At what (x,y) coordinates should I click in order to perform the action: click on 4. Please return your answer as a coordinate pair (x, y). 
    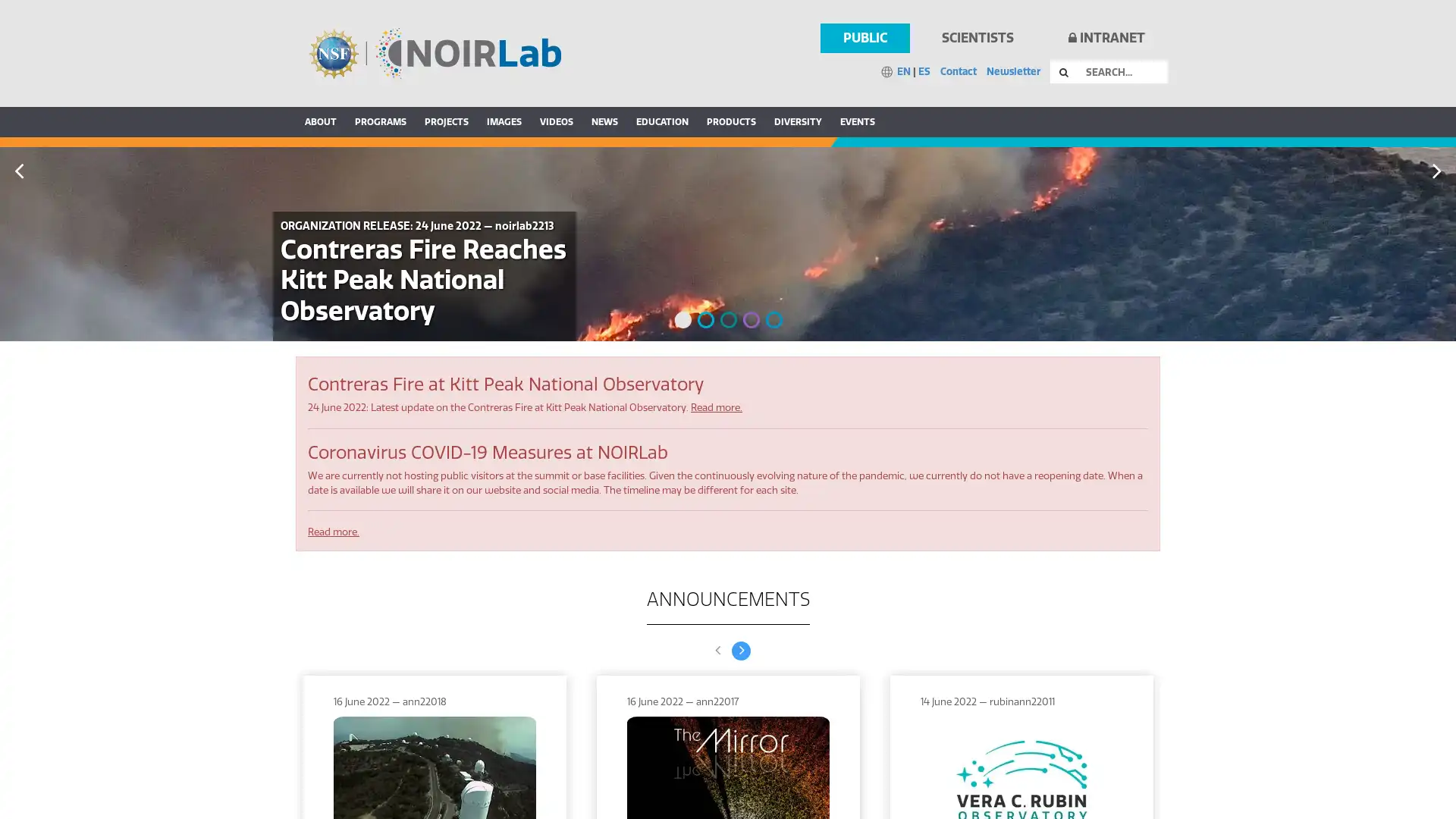
    Looking at the image, I should click on (751, 466).